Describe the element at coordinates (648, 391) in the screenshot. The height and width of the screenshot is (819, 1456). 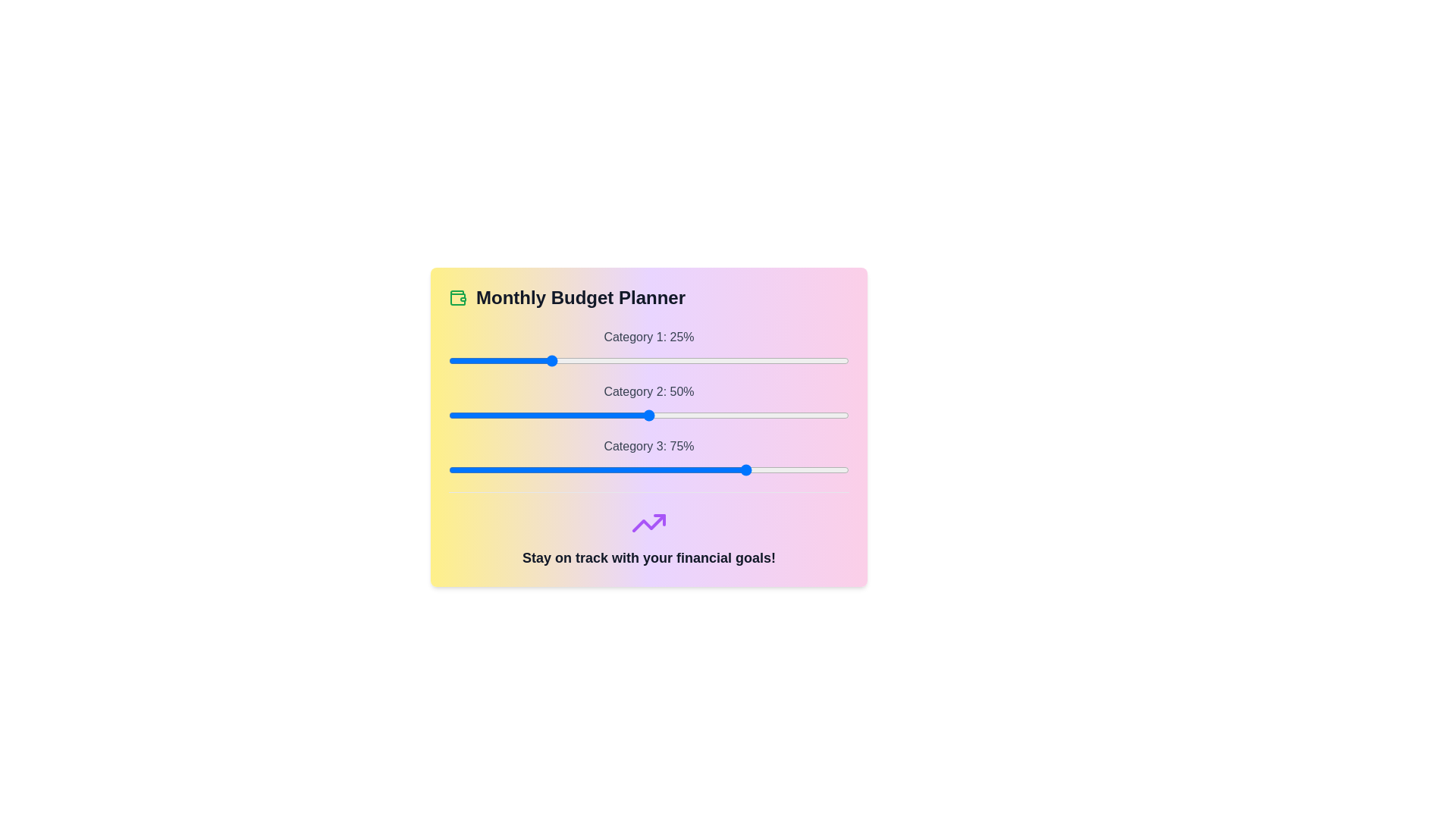
I see `the label for Category 2 to highlight it` at that location.